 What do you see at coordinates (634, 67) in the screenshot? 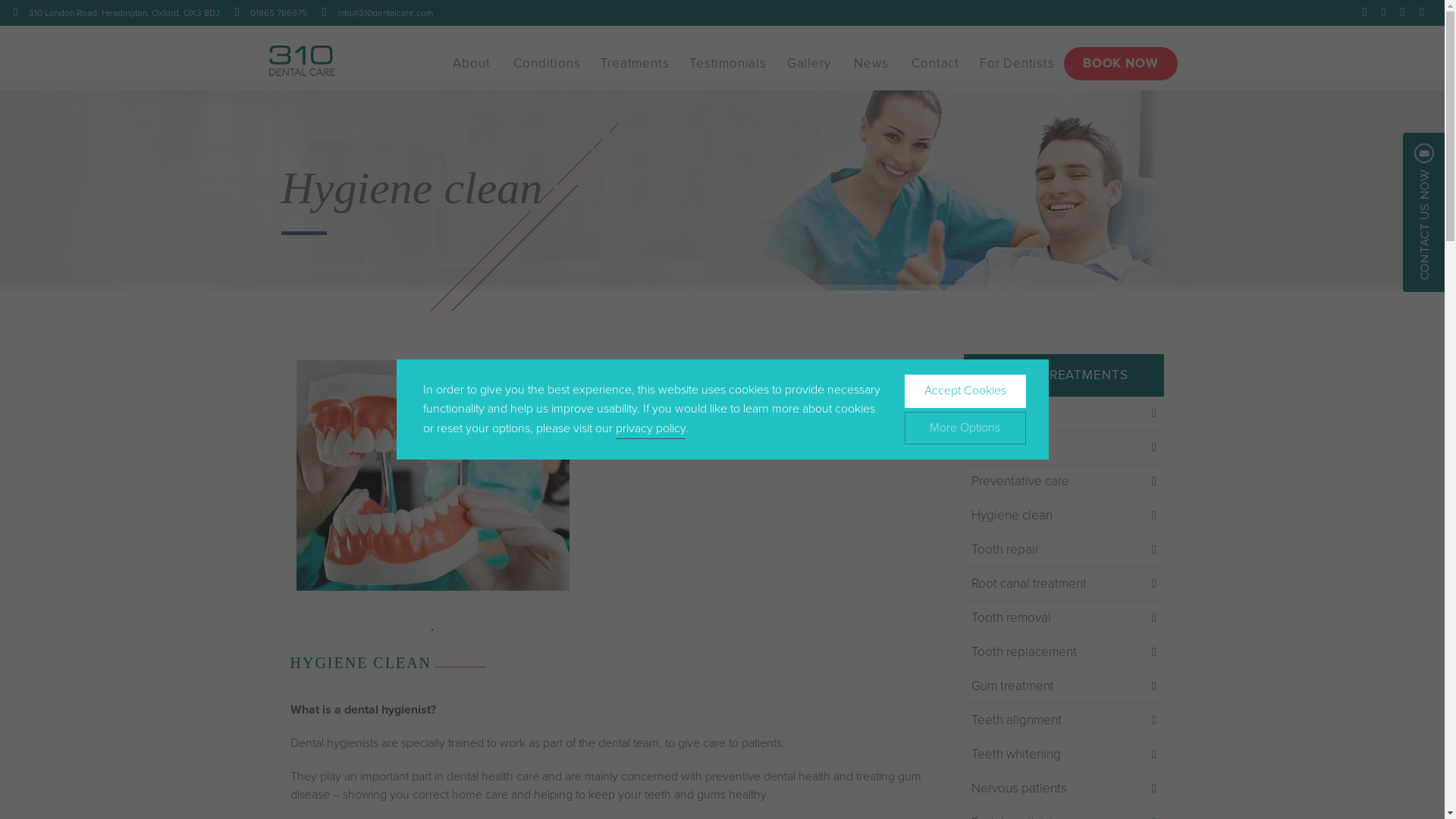
I see `'Treatments'` at bounding box center [634, 67].